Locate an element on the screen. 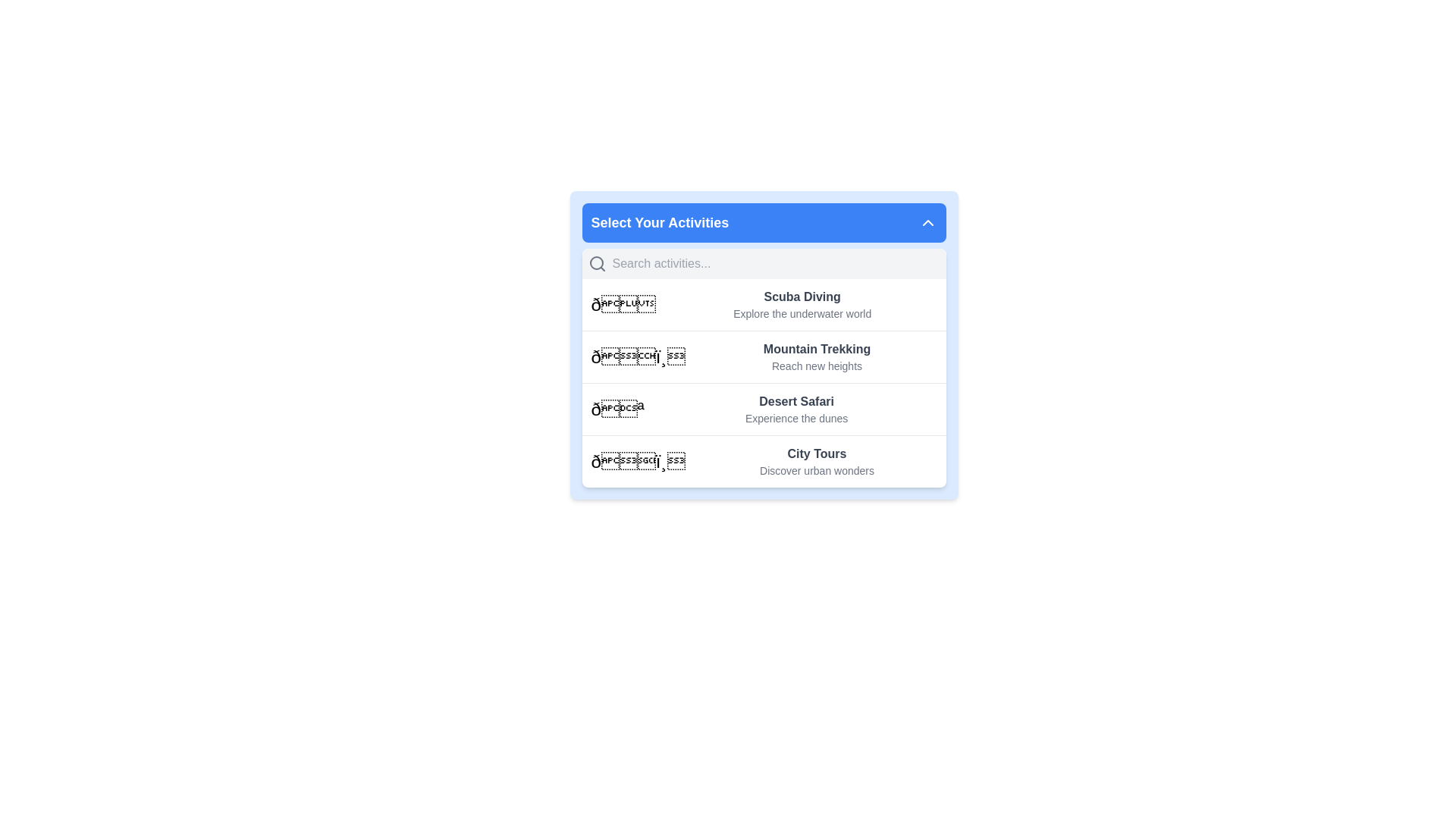 The image size is (1456, 819). the decorative icon representing 'Scuba Diving' located at the far left of the menu entry under 'Select Your Activities' is located at coordinates (623, 304).